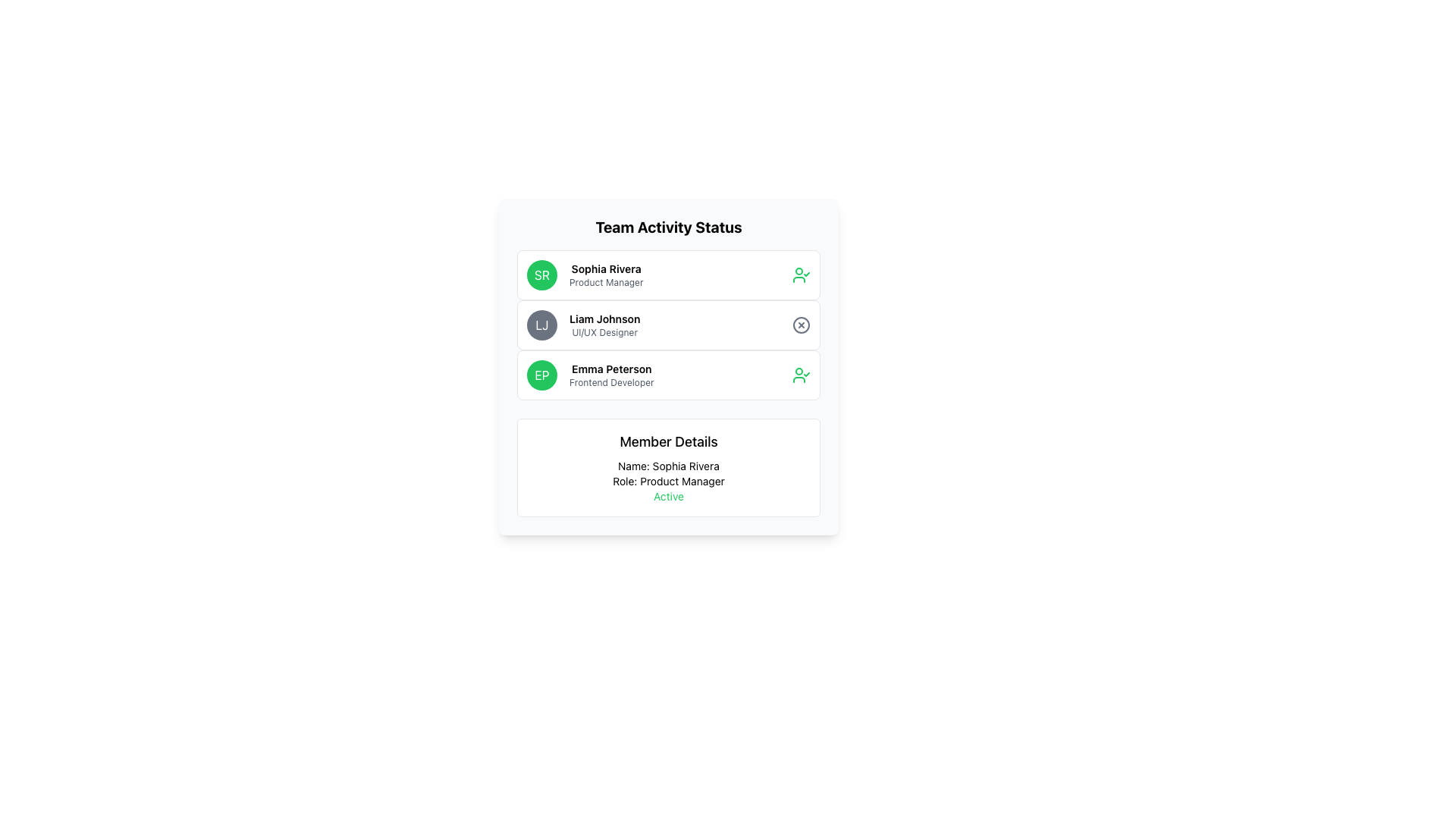 The height and width of the screenshot is (819, 1456). What do you see at coordinates (605, 283) in the screenshot?
I see `the text label indicating the job title of team member 'Sophia Rivera' in the team activity status section, located directly below the title and to the right of the circular avatar` at bounding box center [605, 283].